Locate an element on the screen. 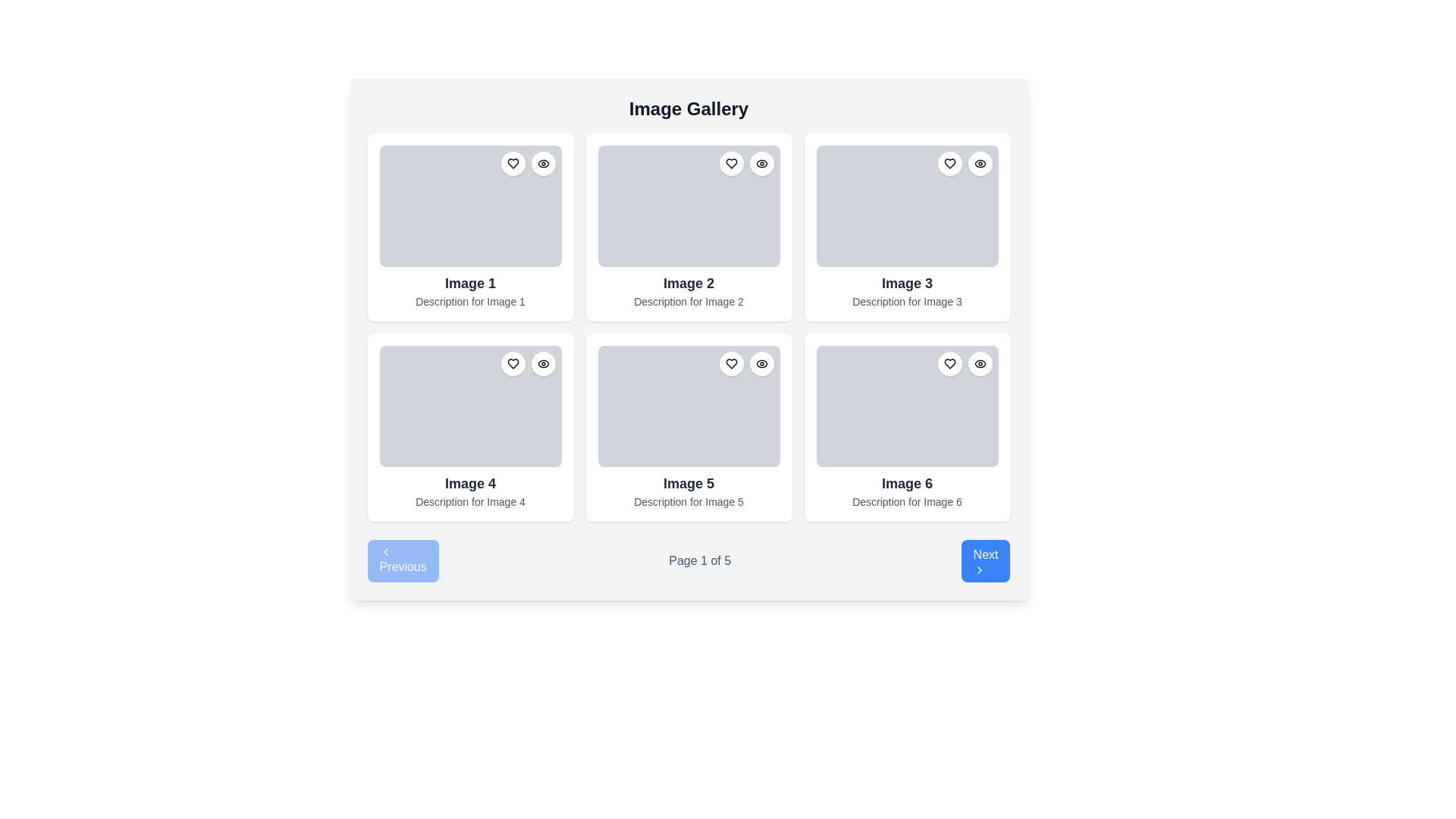 This screenshot has width=1456, height=819. the eye icon in the top-right corner of 'Image 6' is located at coordinates (980, 363).